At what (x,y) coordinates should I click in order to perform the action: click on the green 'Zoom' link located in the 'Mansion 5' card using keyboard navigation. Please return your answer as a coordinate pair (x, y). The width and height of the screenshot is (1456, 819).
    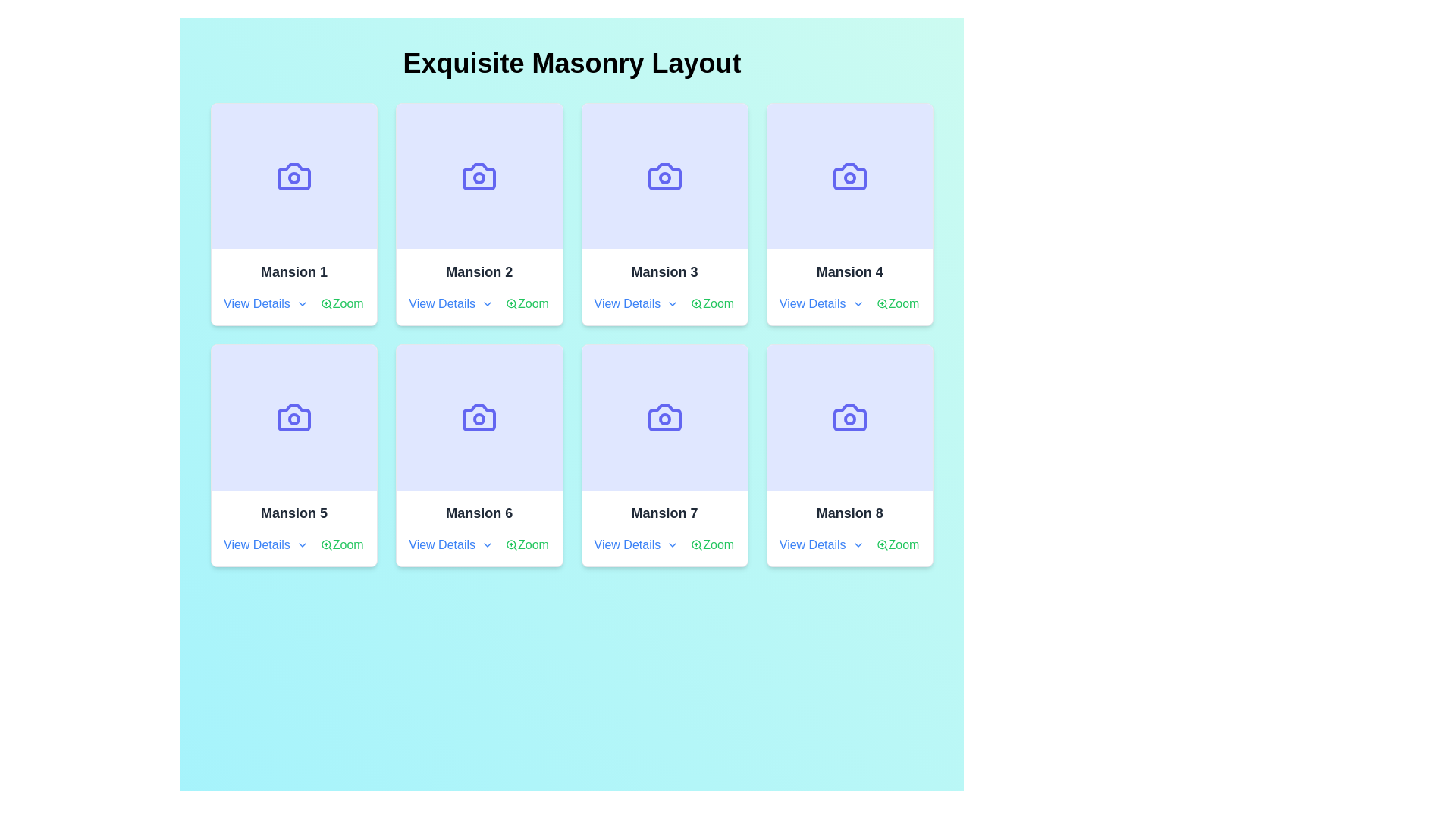
    Looking at the image, I should click on (341, 544).